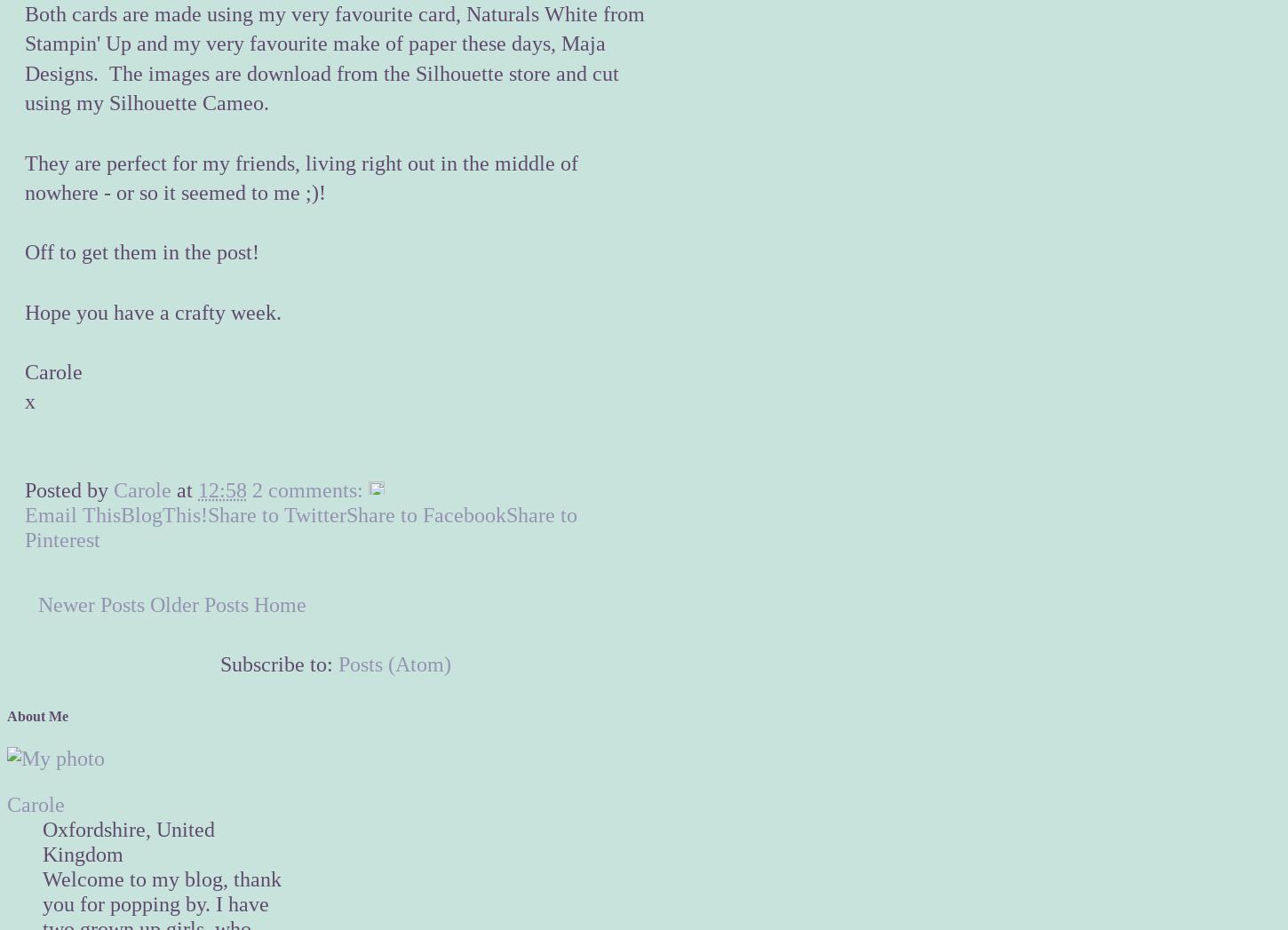 This screenshot has height=930, width=1288. What do you see at coordinates (301, 177) in the screenshot?
I see `'They are perfect for my friends, living right out in the middle of nowhere - or so it seemed to me ;)!'` at bounding box center [301, 177].